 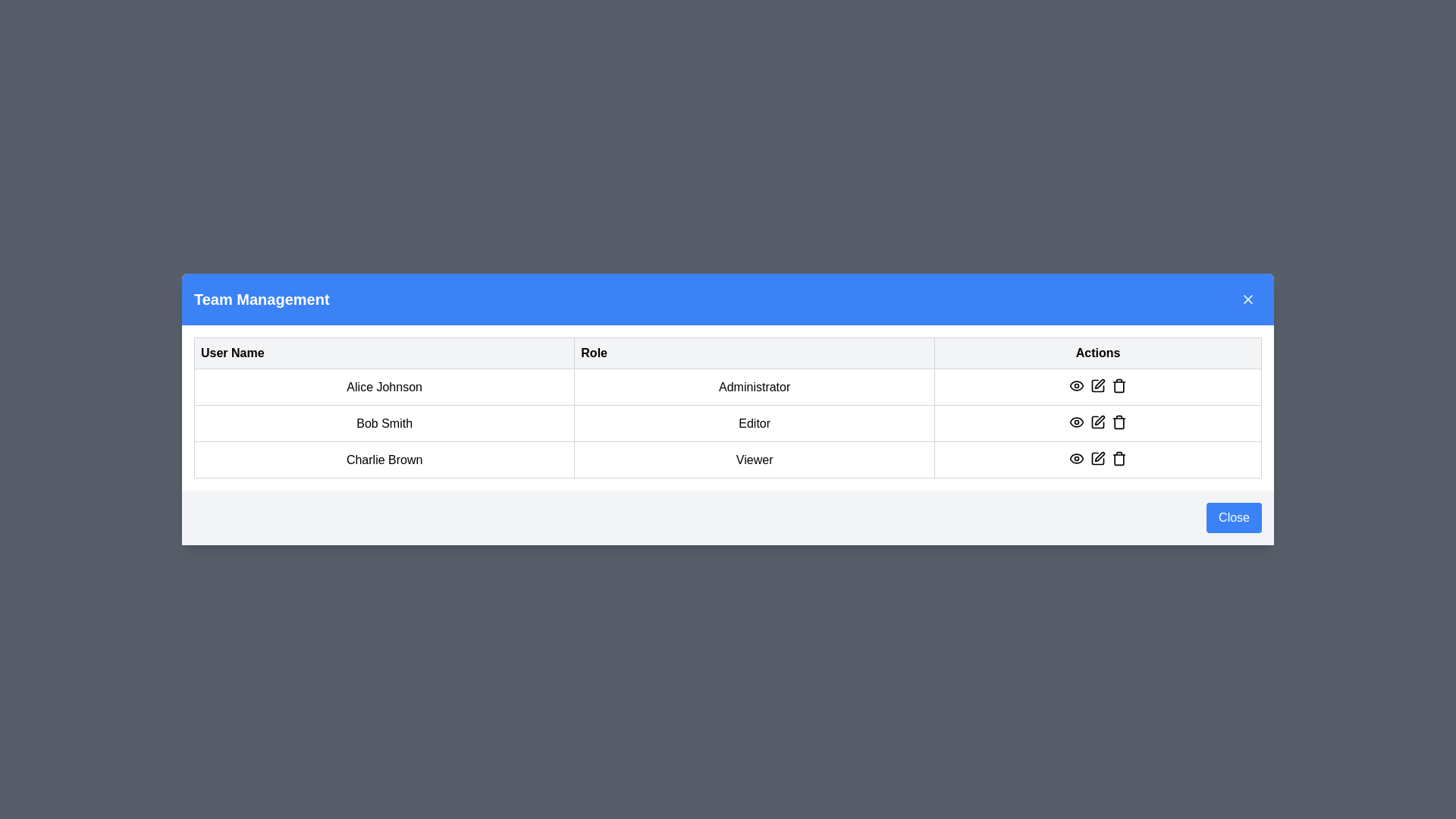 I want to click on the Header Label element, which serves as the title for the team management modal, located on the left side of the blue header bar at the top, so click(x=262, y=299).